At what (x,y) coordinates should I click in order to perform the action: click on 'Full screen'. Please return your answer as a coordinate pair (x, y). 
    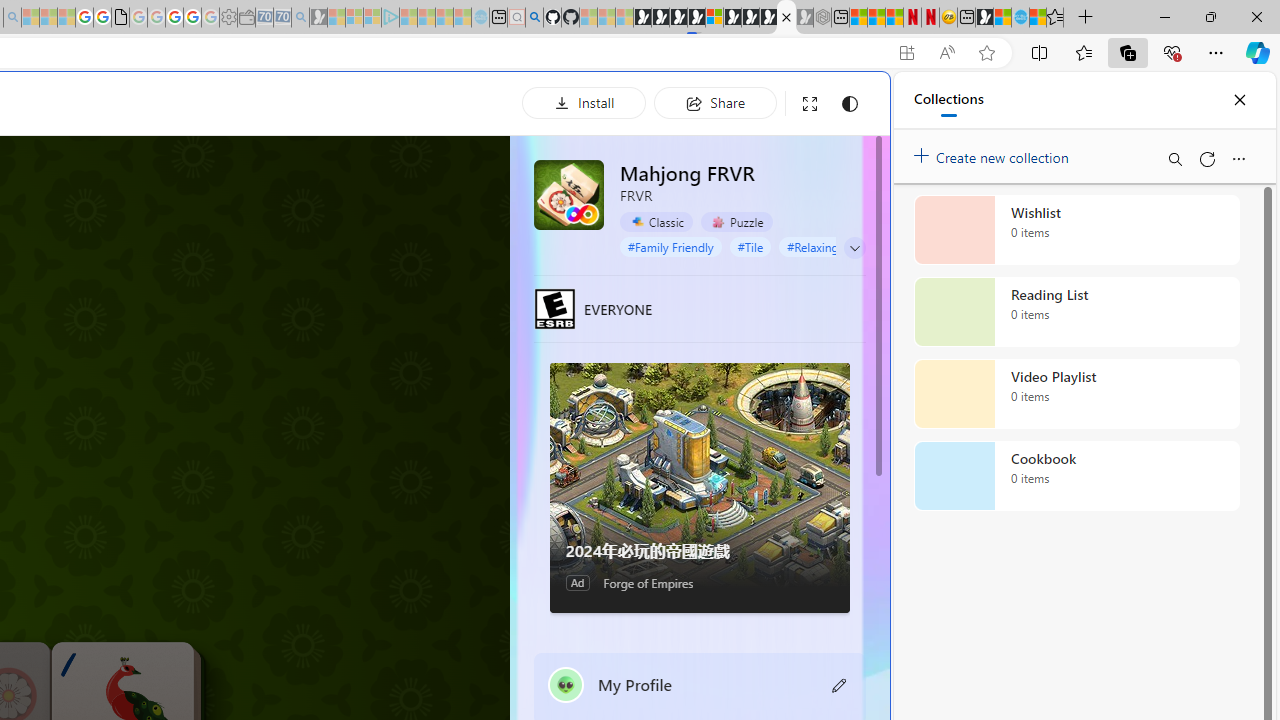
    Looking at the image, I should click on (810, 103).